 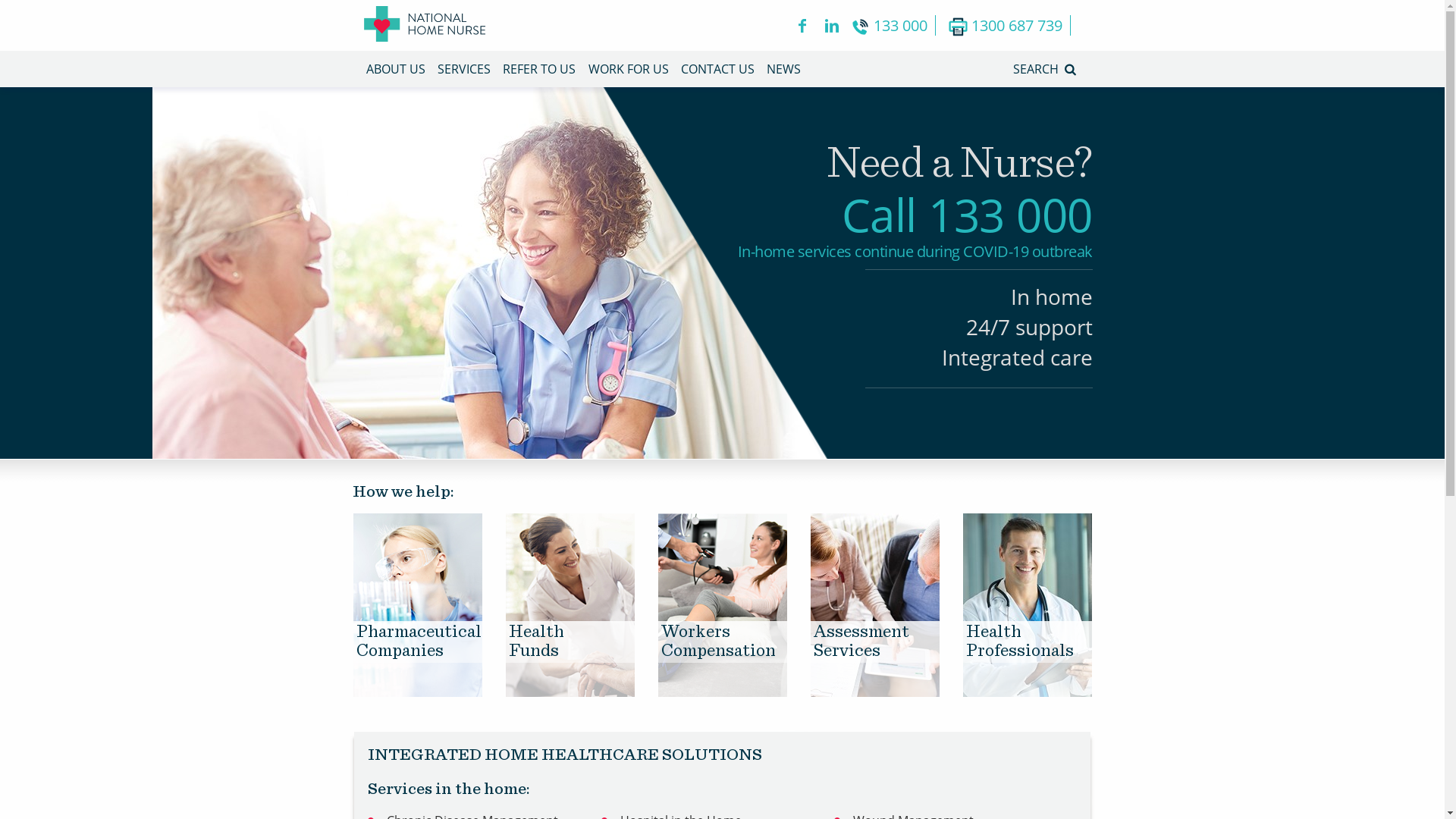 I want to click on 'NEWS', so click(x=783, y=69).